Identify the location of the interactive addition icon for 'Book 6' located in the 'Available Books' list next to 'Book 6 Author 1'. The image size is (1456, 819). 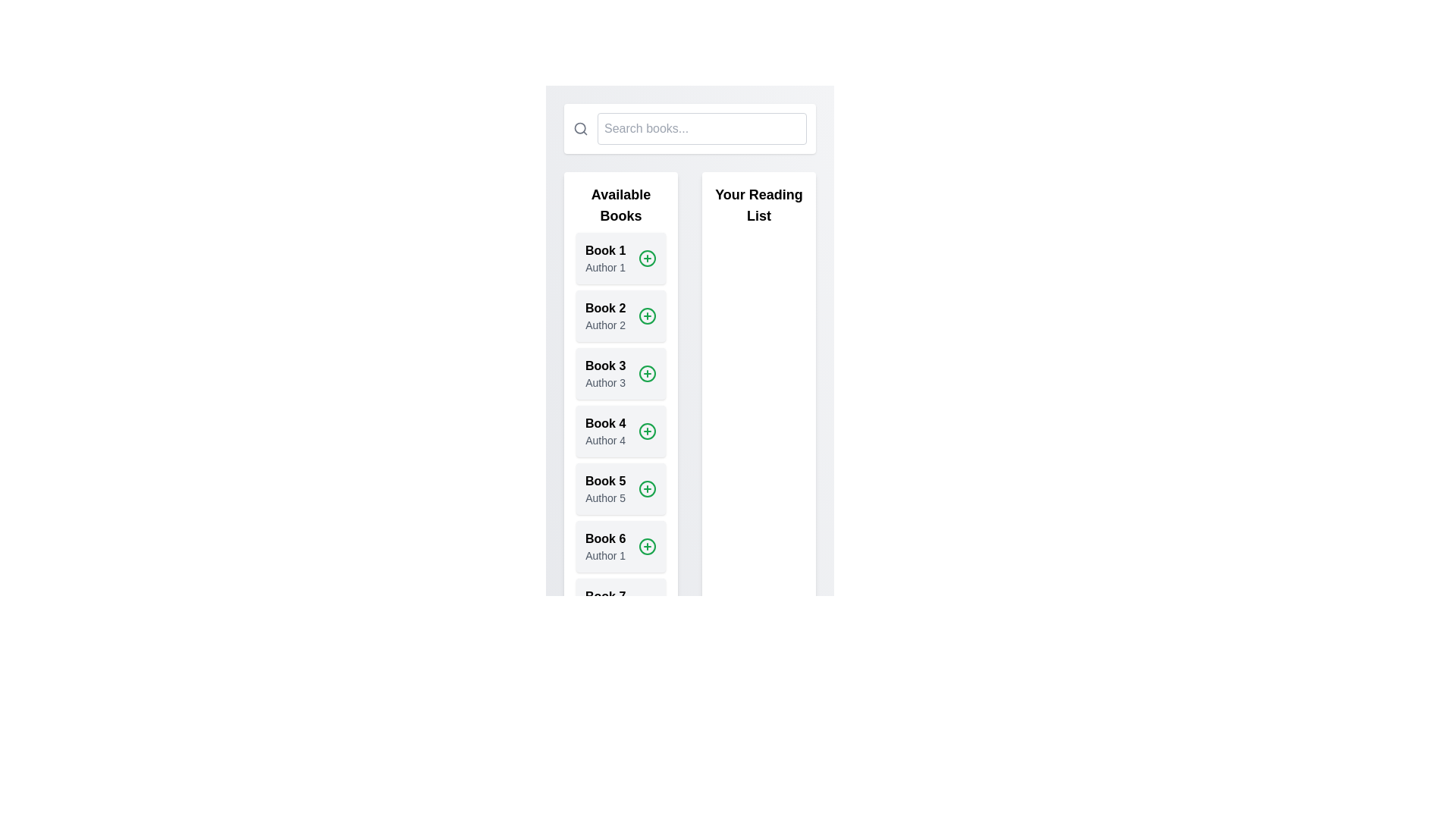
(648, 547).